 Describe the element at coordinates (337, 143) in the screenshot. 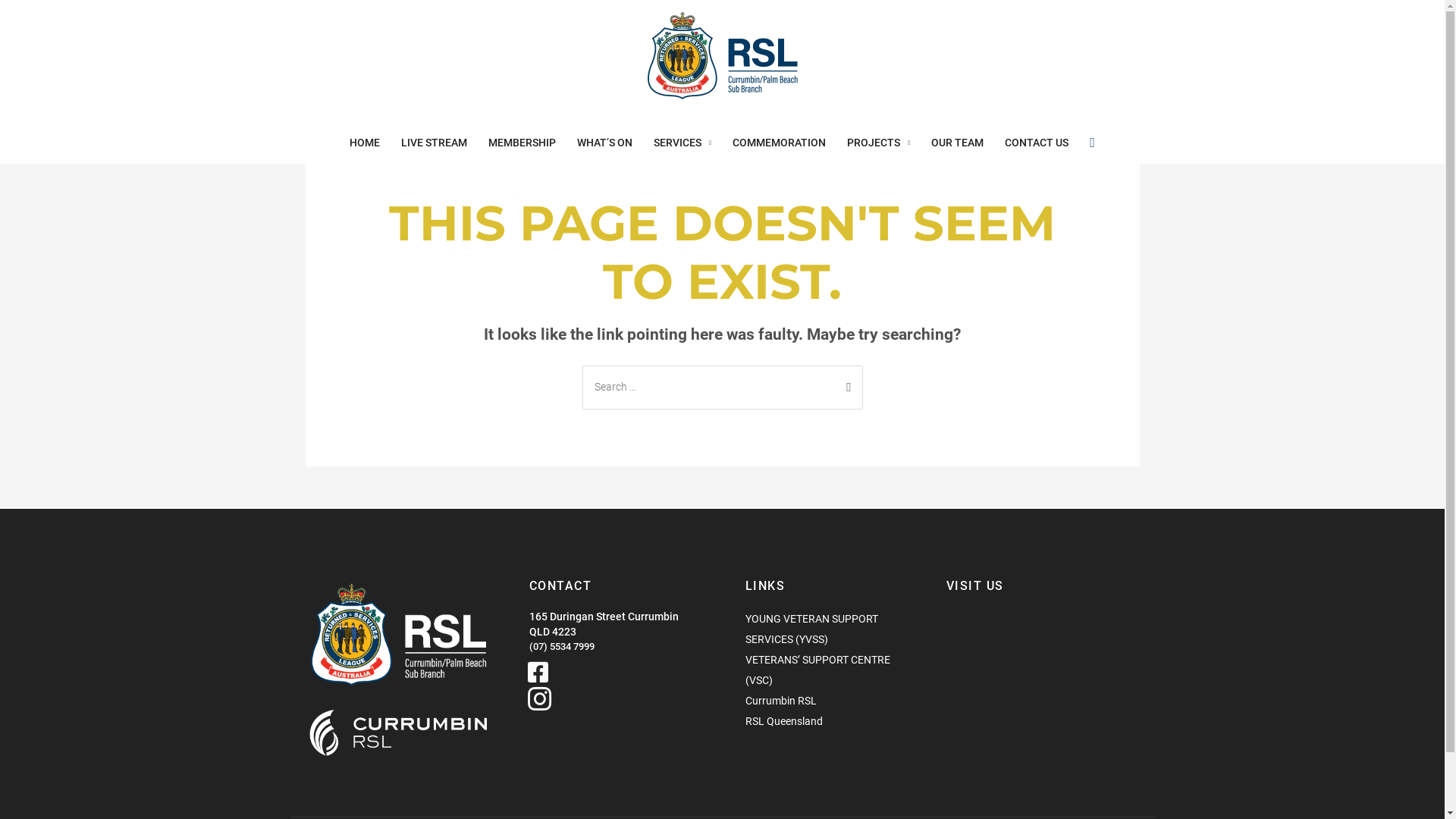

I see `'HOME'` at that location.